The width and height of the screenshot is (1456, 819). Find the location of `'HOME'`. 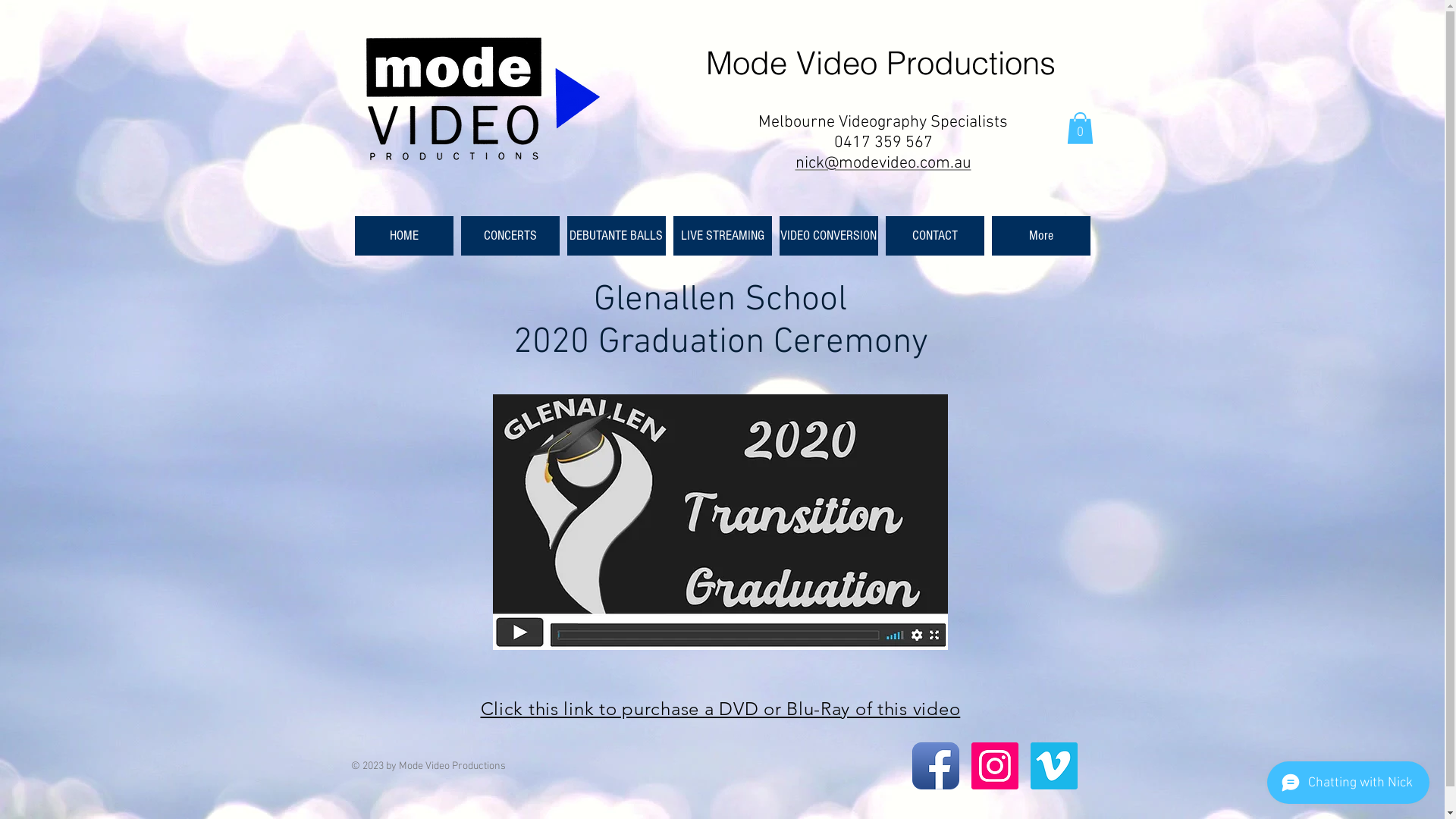

'HOME' is located at coordinates (403, 236).